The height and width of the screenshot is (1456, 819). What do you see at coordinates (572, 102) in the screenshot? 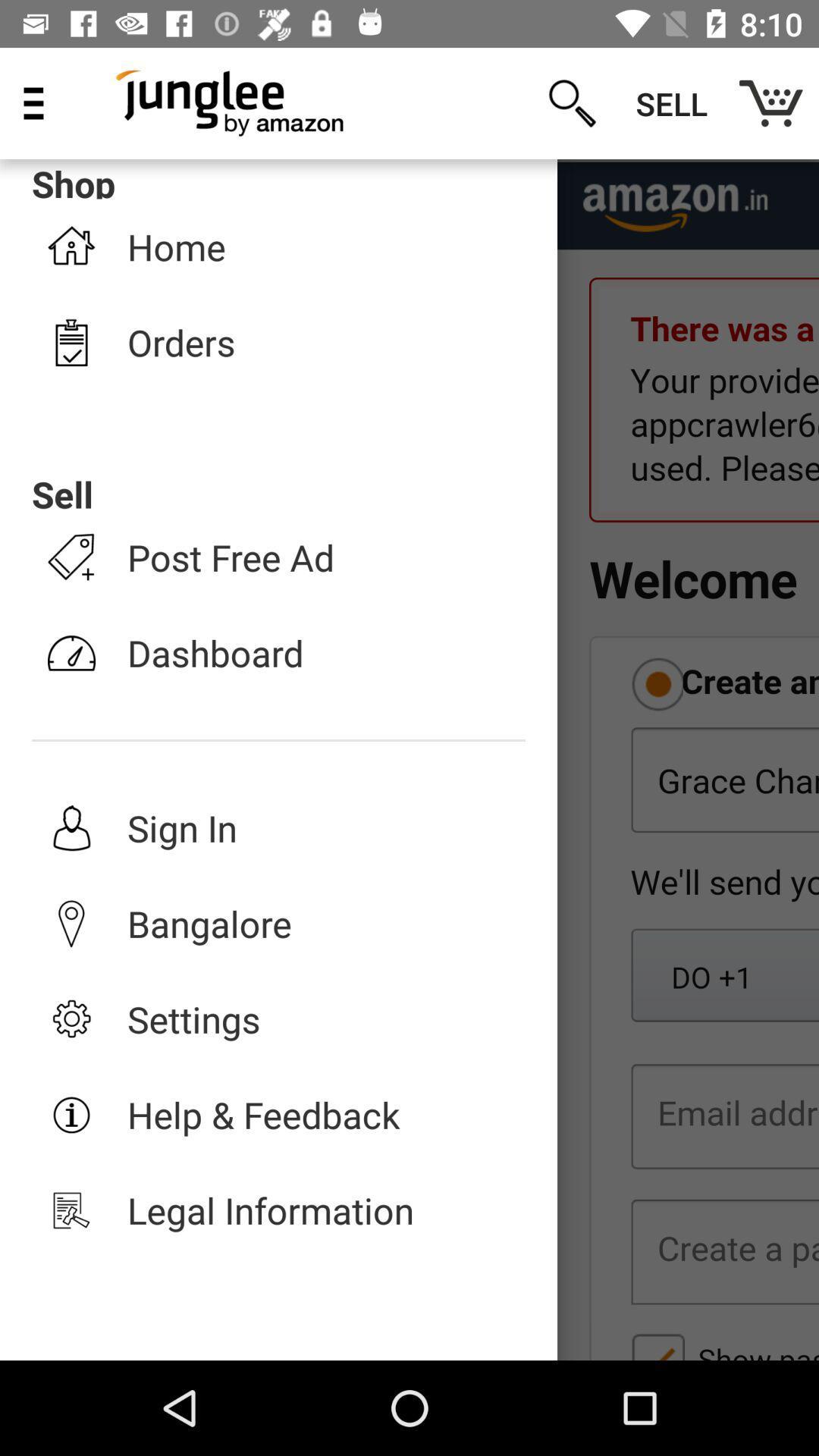
I see `the item next to the sell` at bounding box center [572, 102].